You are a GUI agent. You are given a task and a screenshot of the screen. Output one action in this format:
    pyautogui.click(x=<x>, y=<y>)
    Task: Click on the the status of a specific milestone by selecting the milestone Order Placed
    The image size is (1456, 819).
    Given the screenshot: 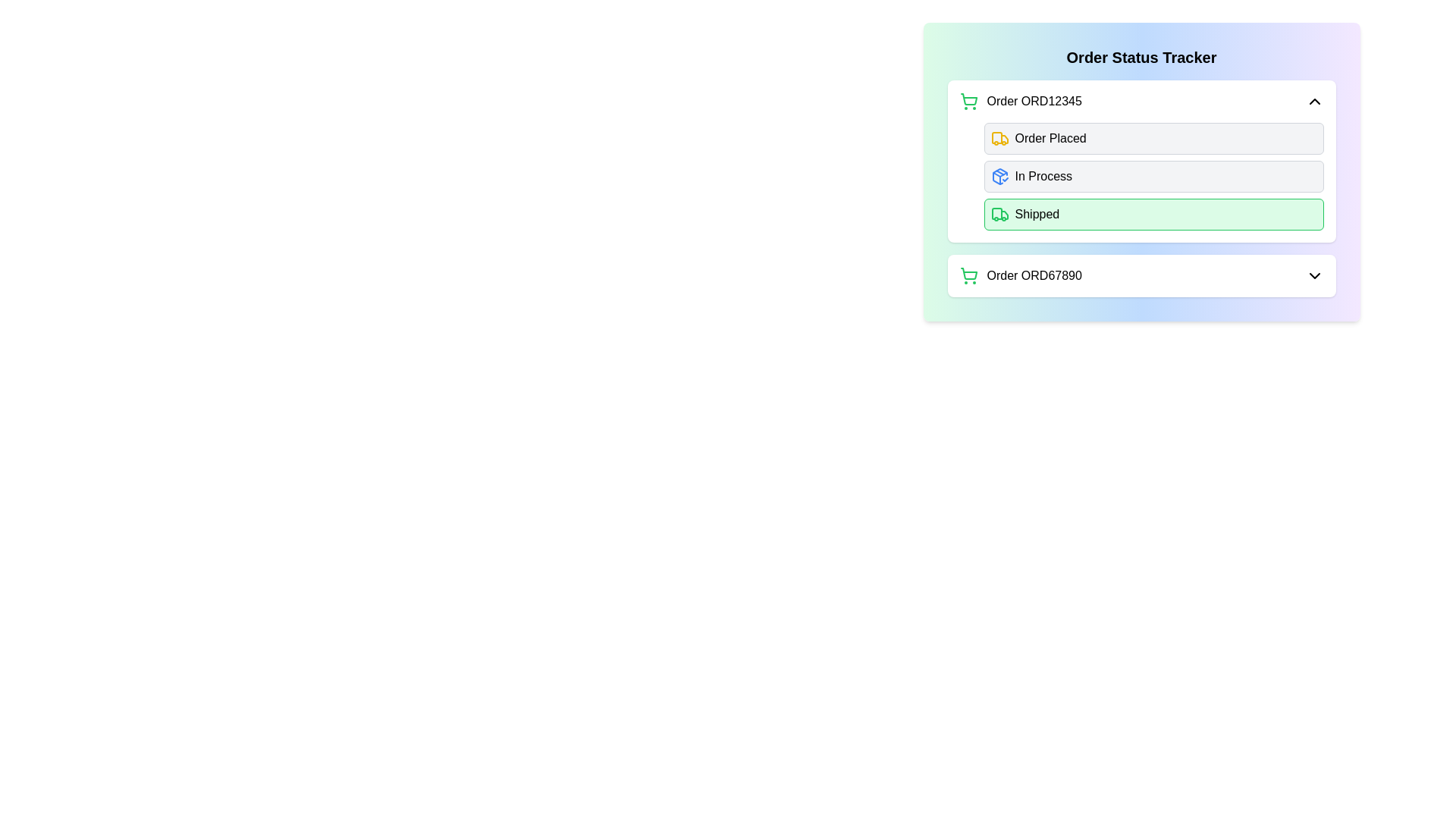 What is the action you would take?
    pyautogui.click(x=999, y=138)
    